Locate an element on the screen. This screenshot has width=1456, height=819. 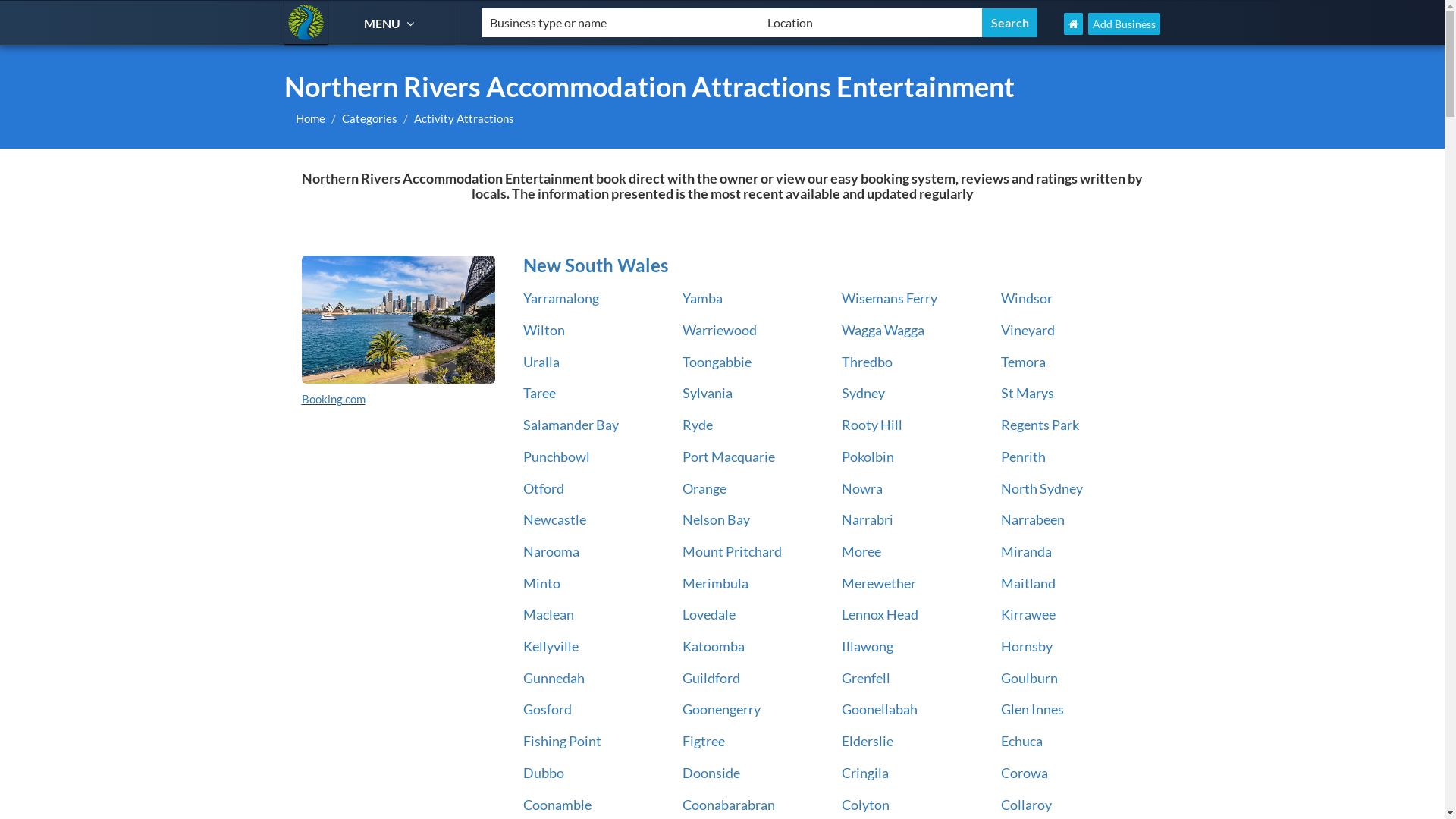
'Merimbula' is located at coordinates (682, 582).